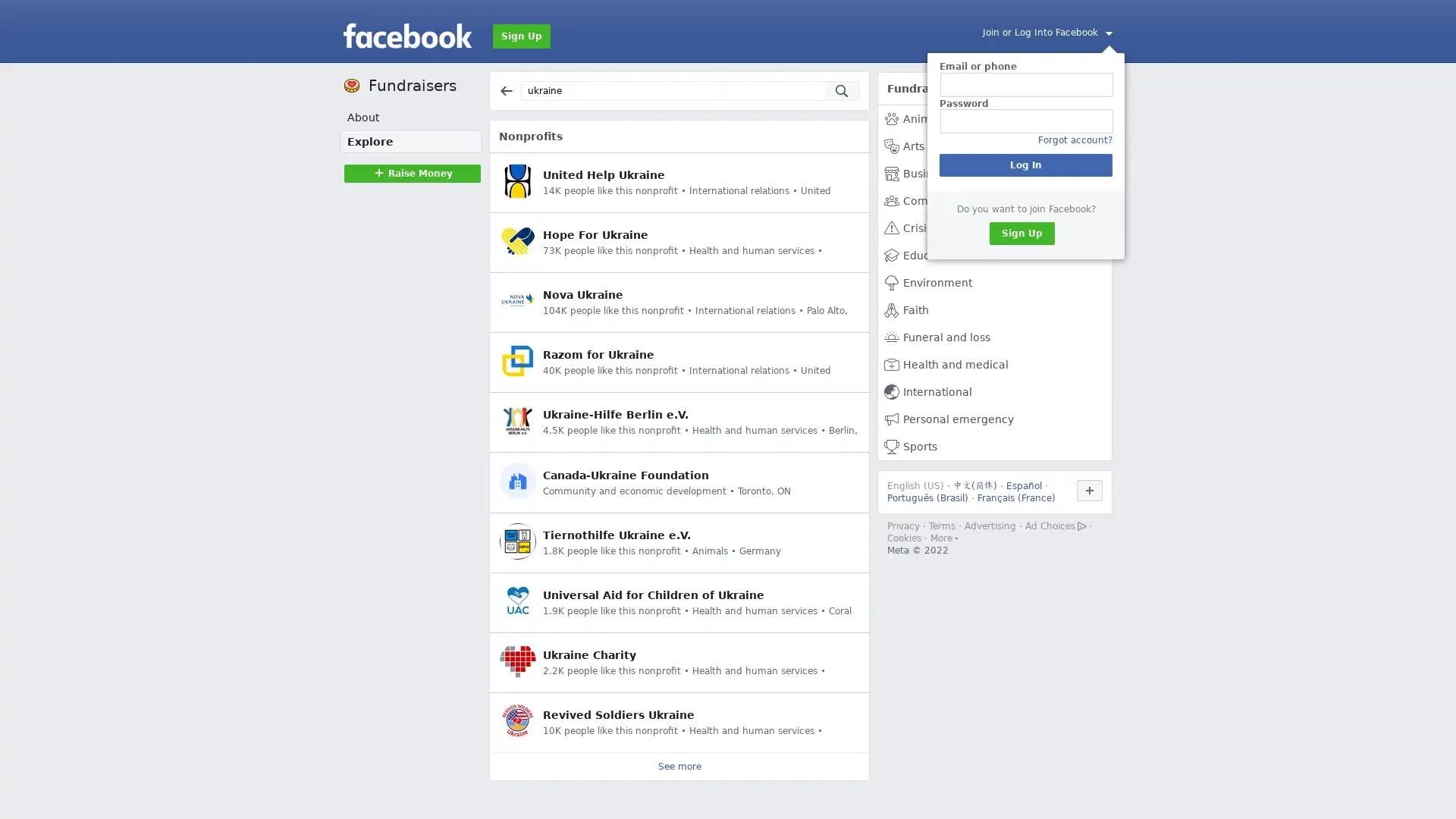  What do you see at coordinates (1016, 497) in the screenshot?
I see `Francais (France)` at bounding box center [1016, 497].